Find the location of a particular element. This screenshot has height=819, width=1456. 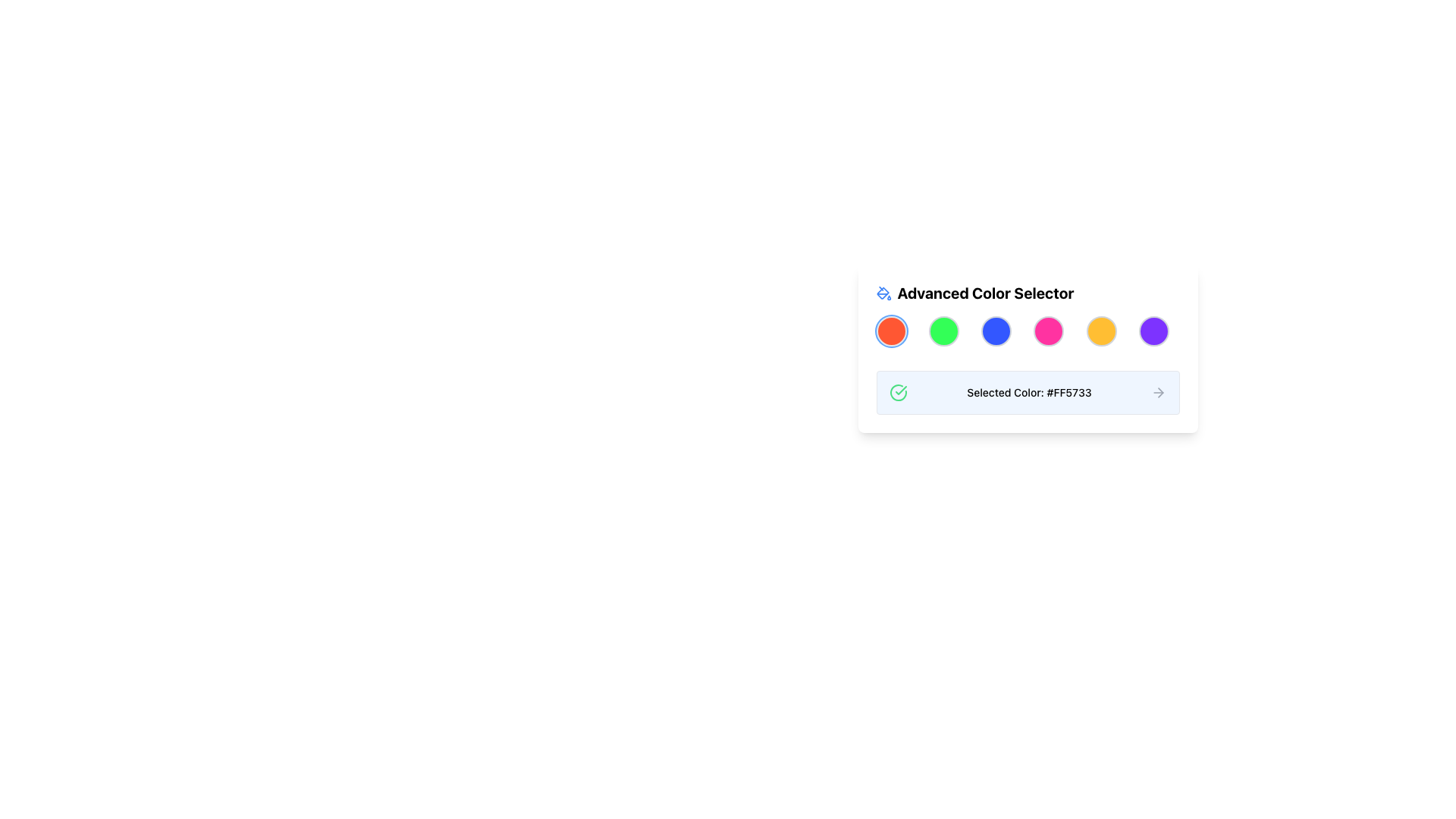

the green color selection button in the 'Advanced Color Selector' interface is located at coordinates (943, 330).